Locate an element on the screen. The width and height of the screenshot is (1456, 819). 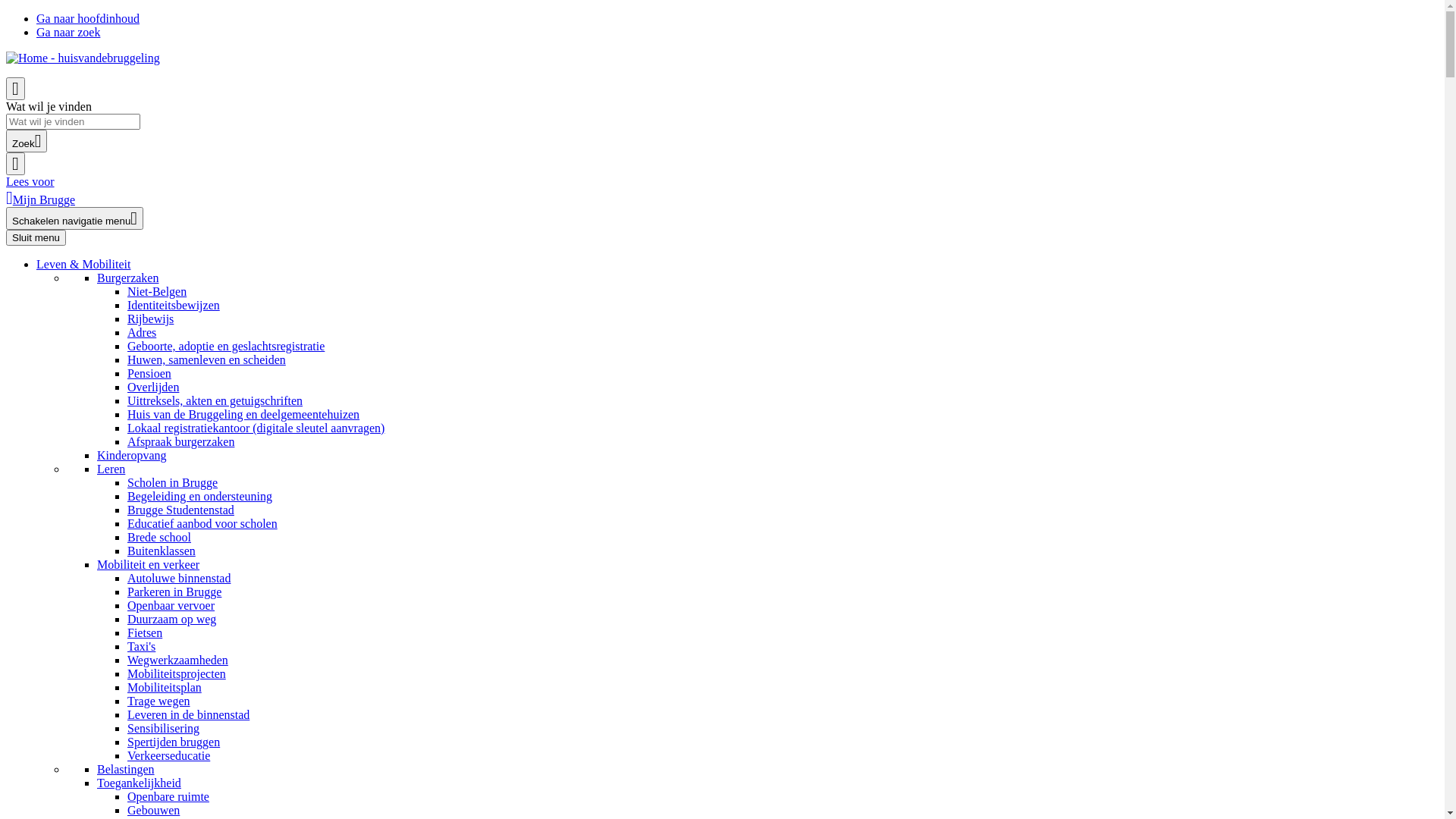
'Leveren in de binnenstad' is located at coordinates (187, 714).